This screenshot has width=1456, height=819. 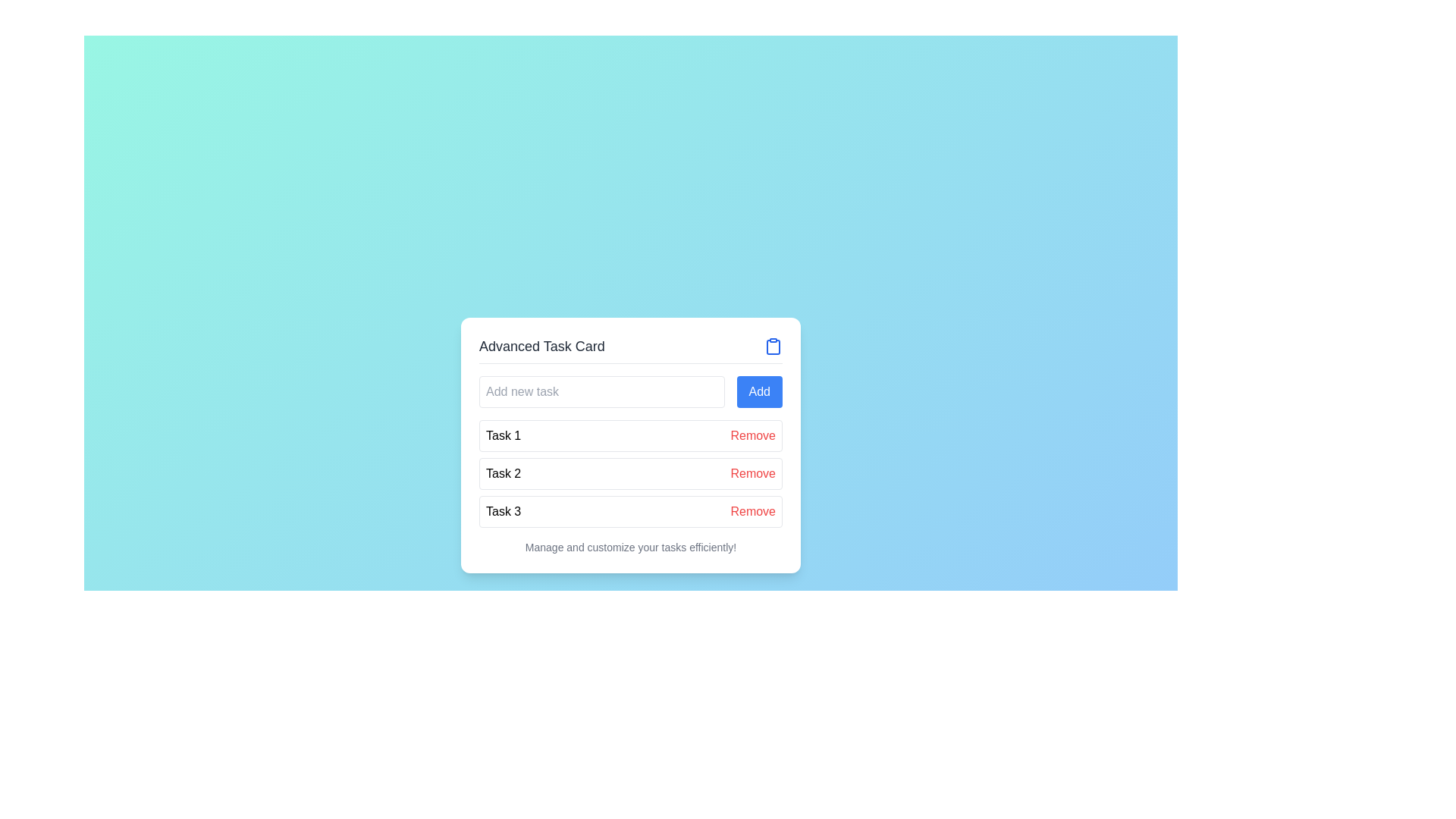 What do you see at coordinates (630, 547) in the screenshot?
I see `the informational static text located at the bottom-most section of the task card layout, directly beneath the list of task items` at bounding box center [630, 547].